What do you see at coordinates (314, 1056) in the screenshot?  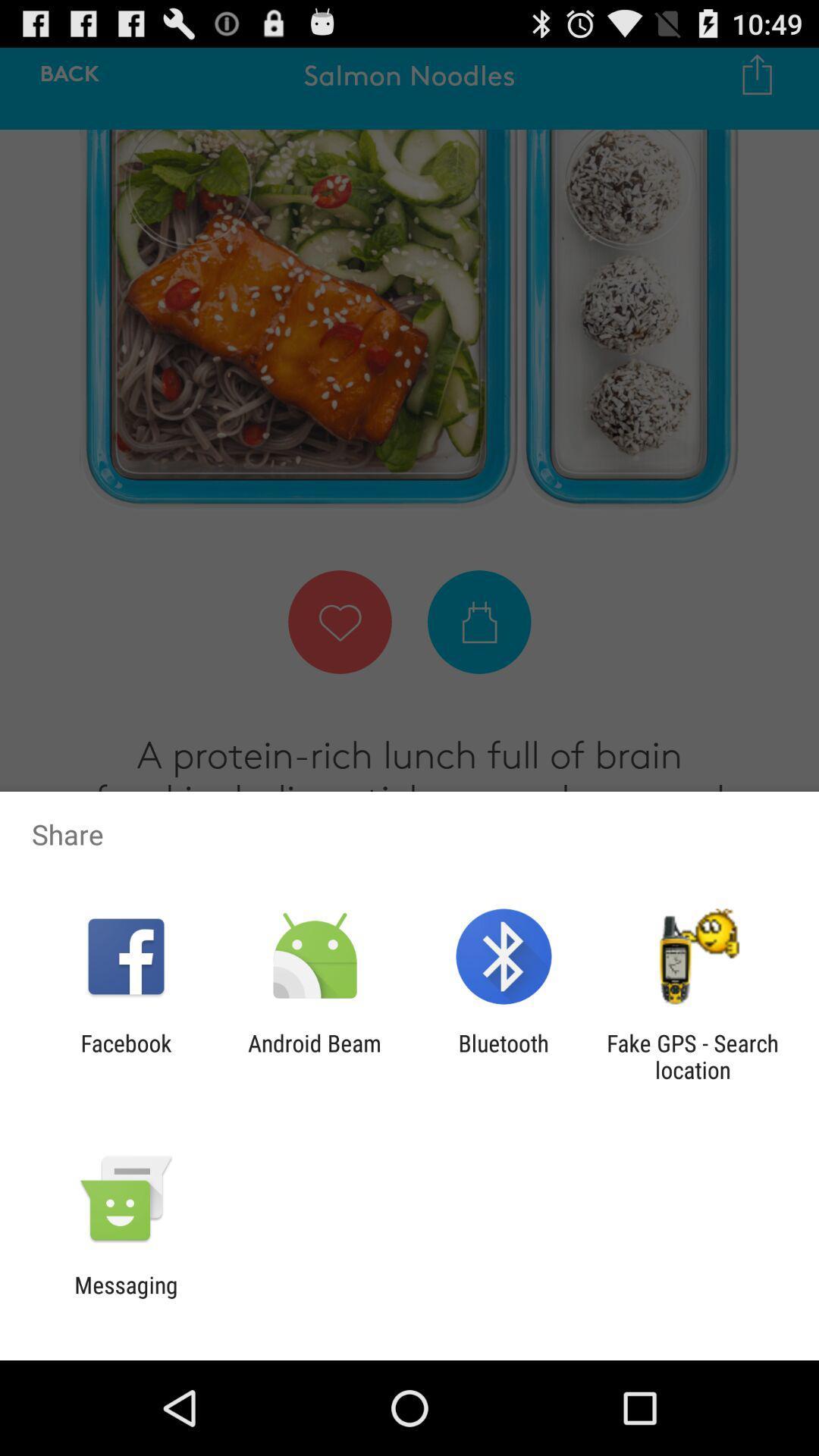 I see `the android beam` at bounding box center [314, 1056].